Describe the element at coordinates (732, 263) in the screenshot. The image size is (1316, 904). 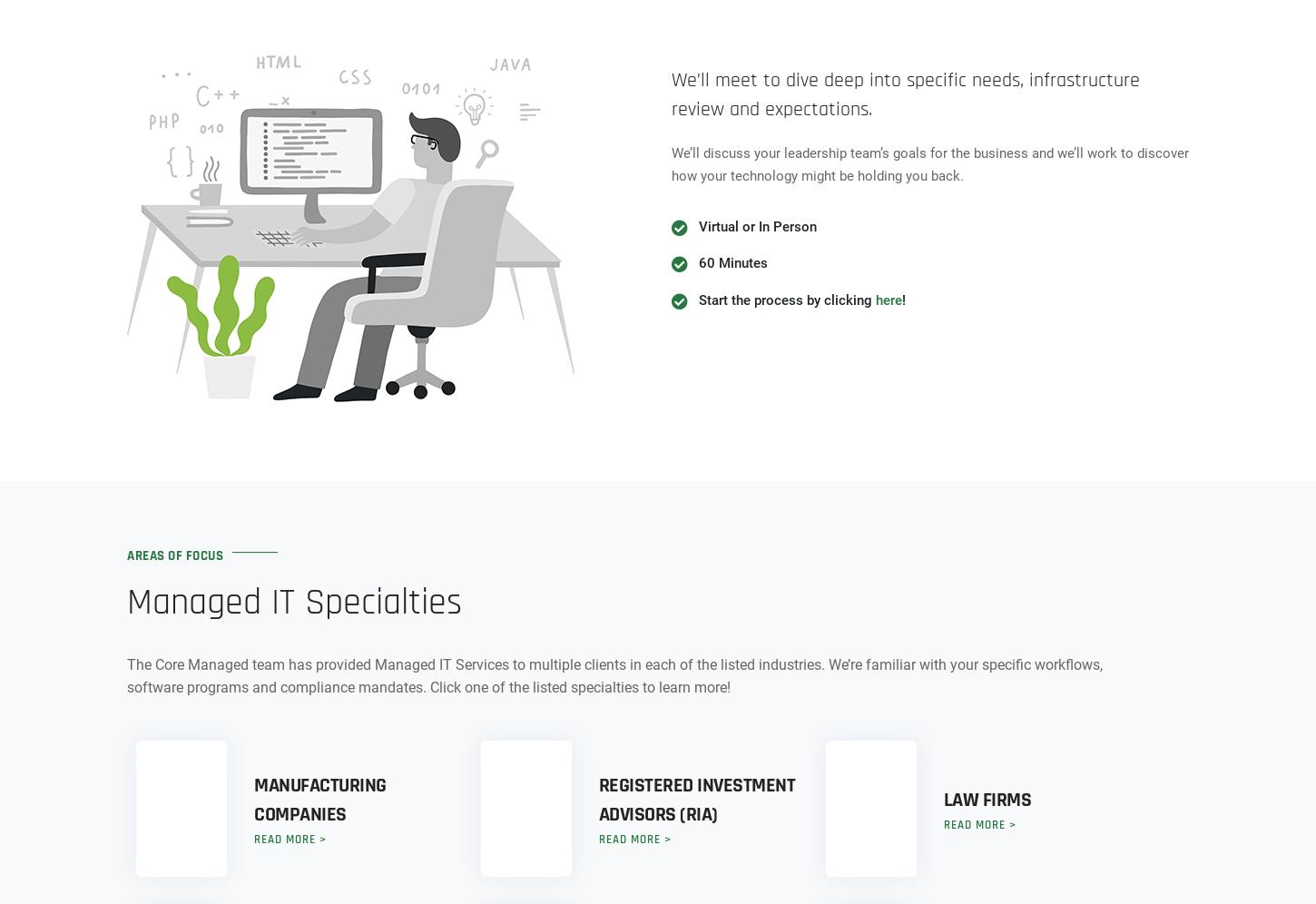
I see `'60 Minutes'` at that location.